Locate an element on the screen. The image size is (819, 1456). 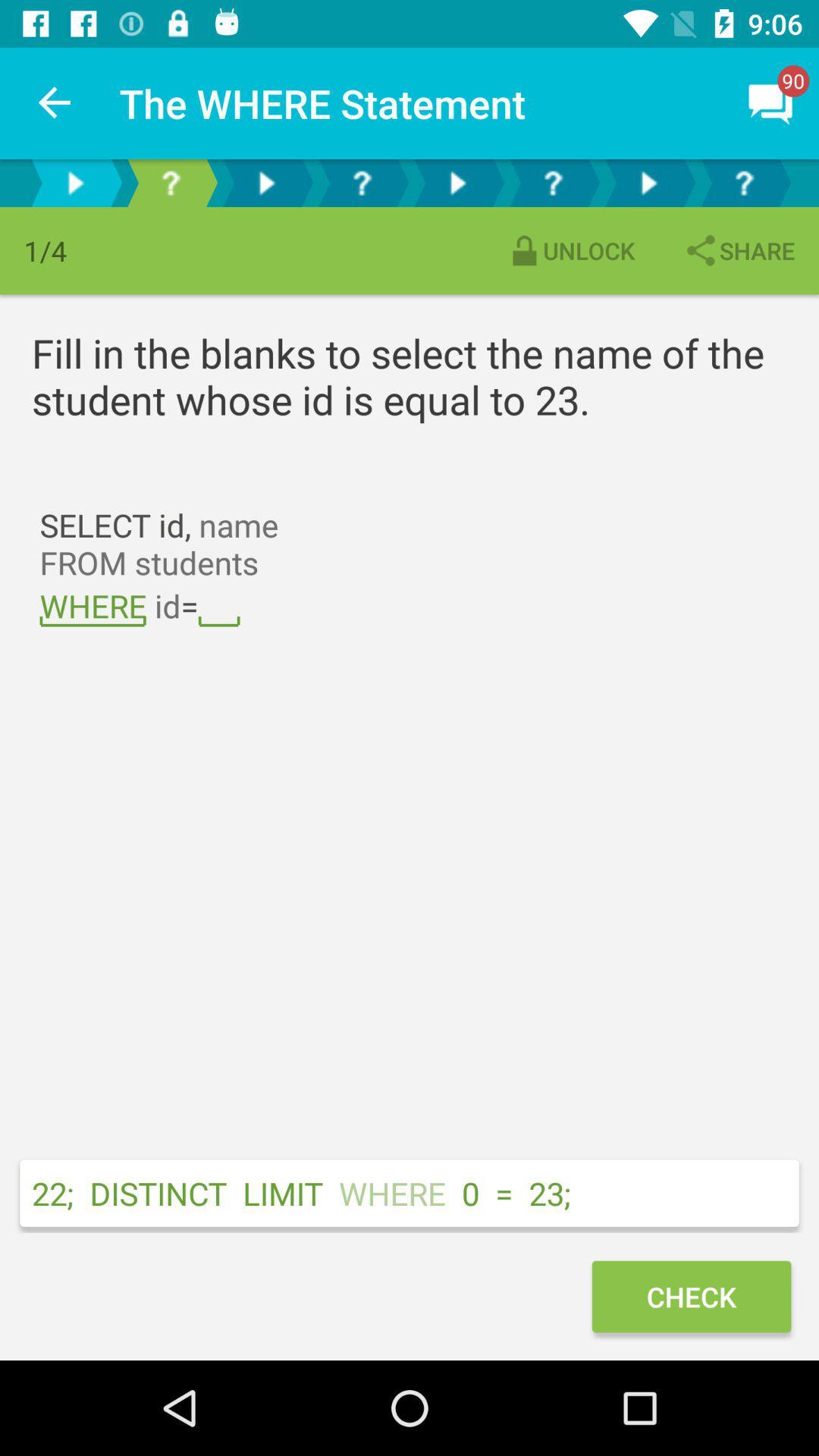
help is located at coordinates (170, 182).